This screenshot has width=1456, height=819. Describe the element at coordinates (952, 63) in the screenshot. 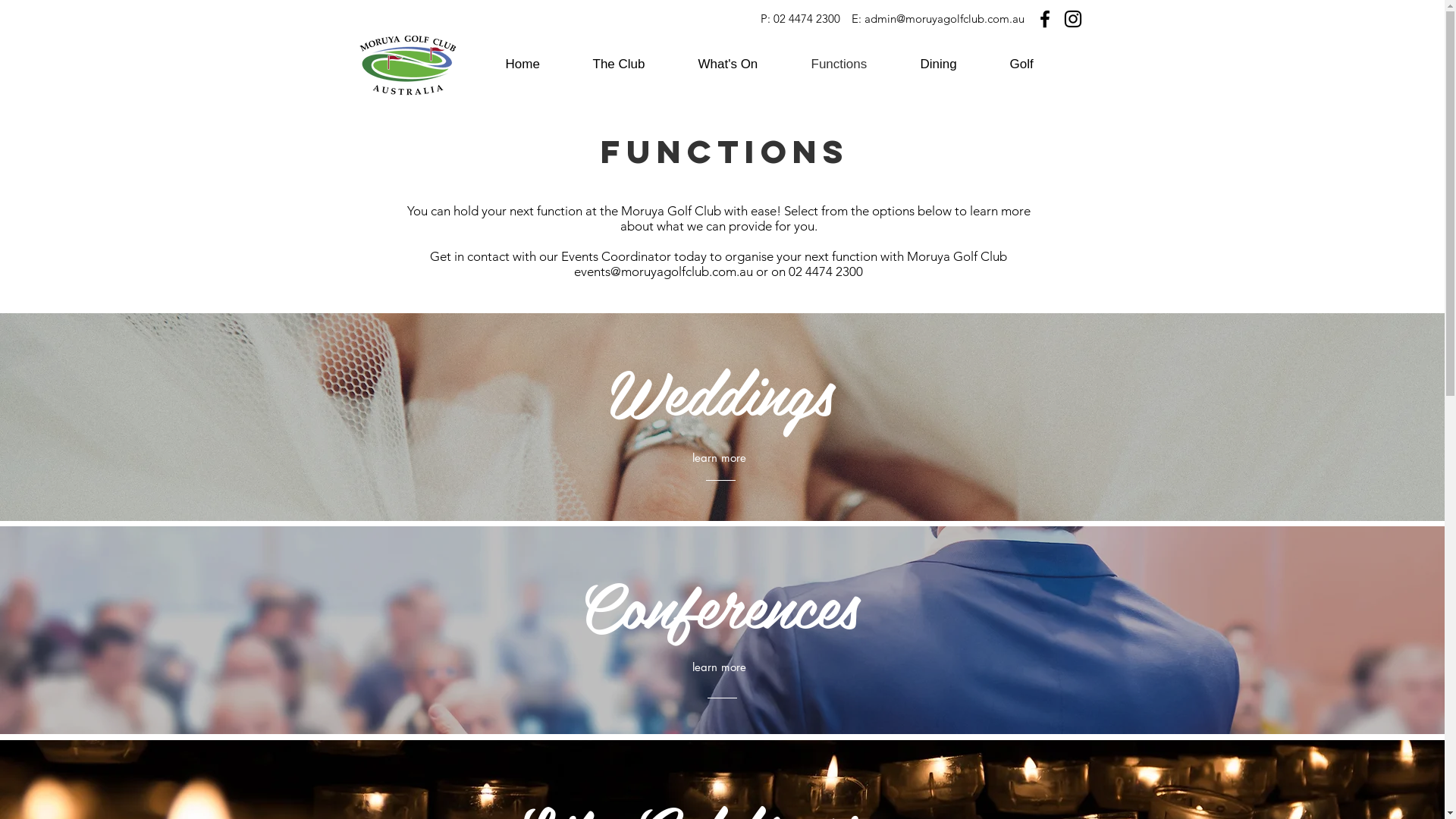

I see `'Dining'` at that location.